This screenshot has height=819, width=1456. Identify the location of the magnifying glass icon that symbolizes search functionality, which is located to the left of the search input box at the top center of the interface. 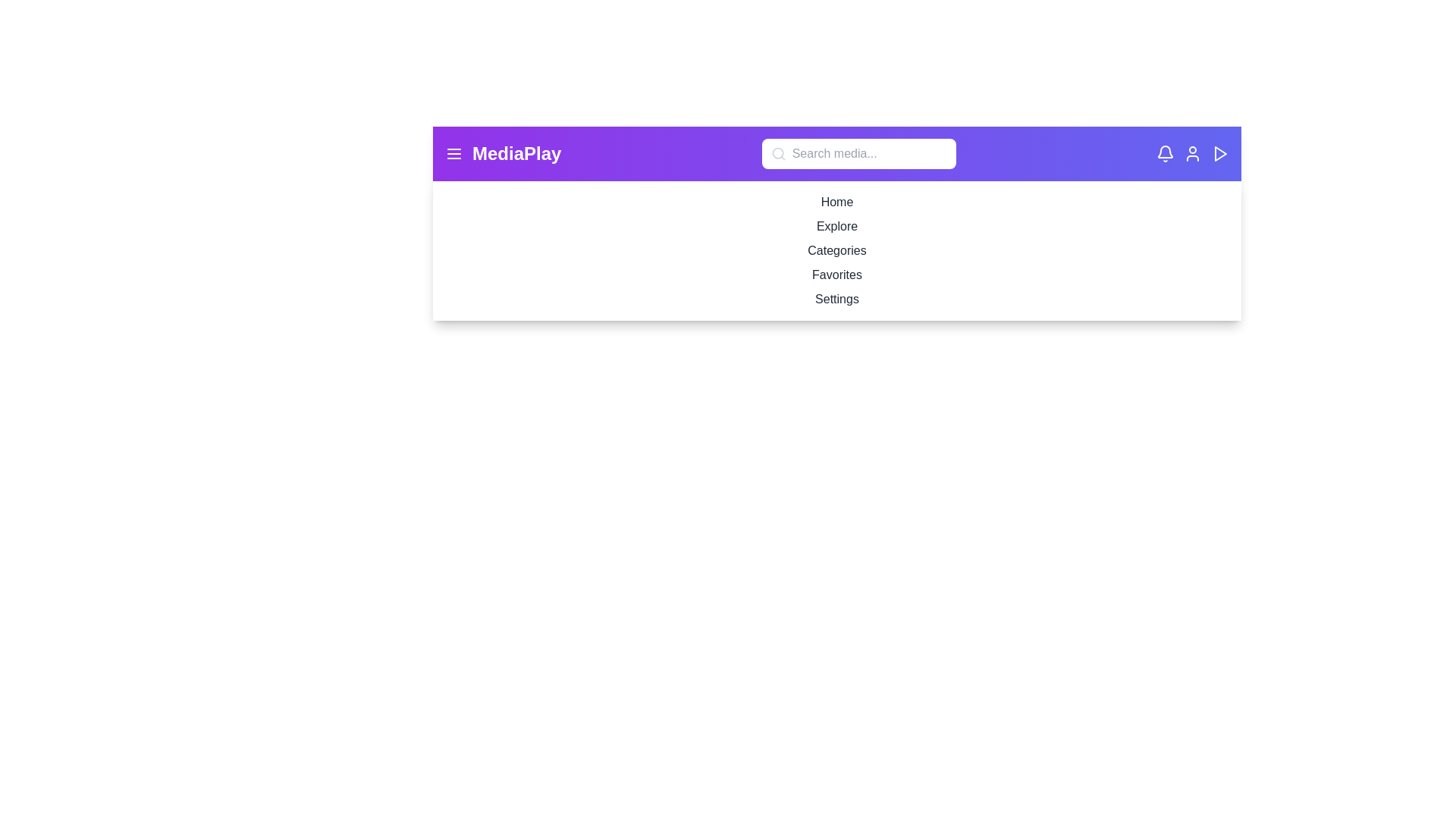
(778, 154).